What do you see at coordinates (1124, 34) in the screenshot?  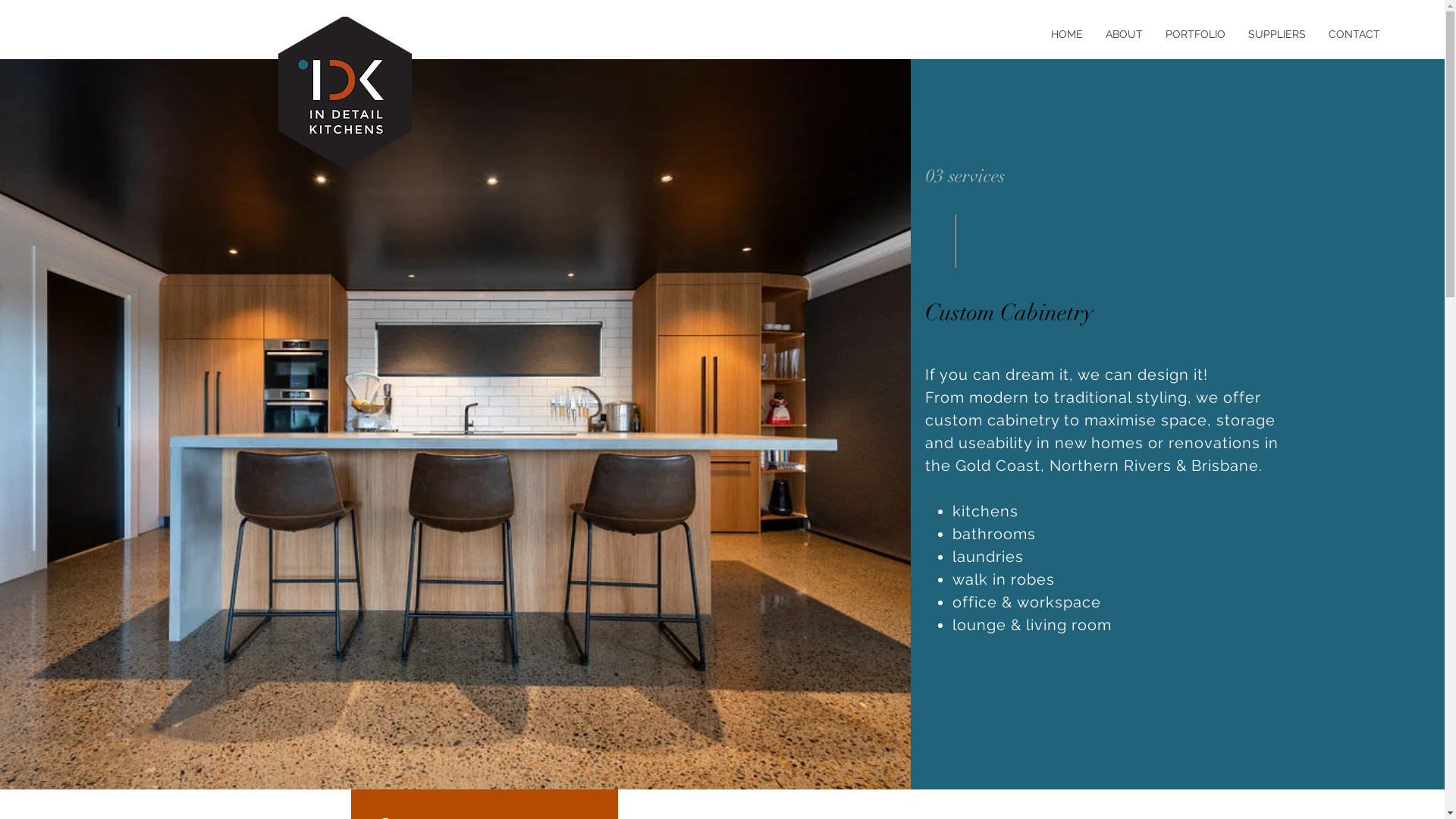 I see `'ABOUT'` at bounding box center [1124, 34].